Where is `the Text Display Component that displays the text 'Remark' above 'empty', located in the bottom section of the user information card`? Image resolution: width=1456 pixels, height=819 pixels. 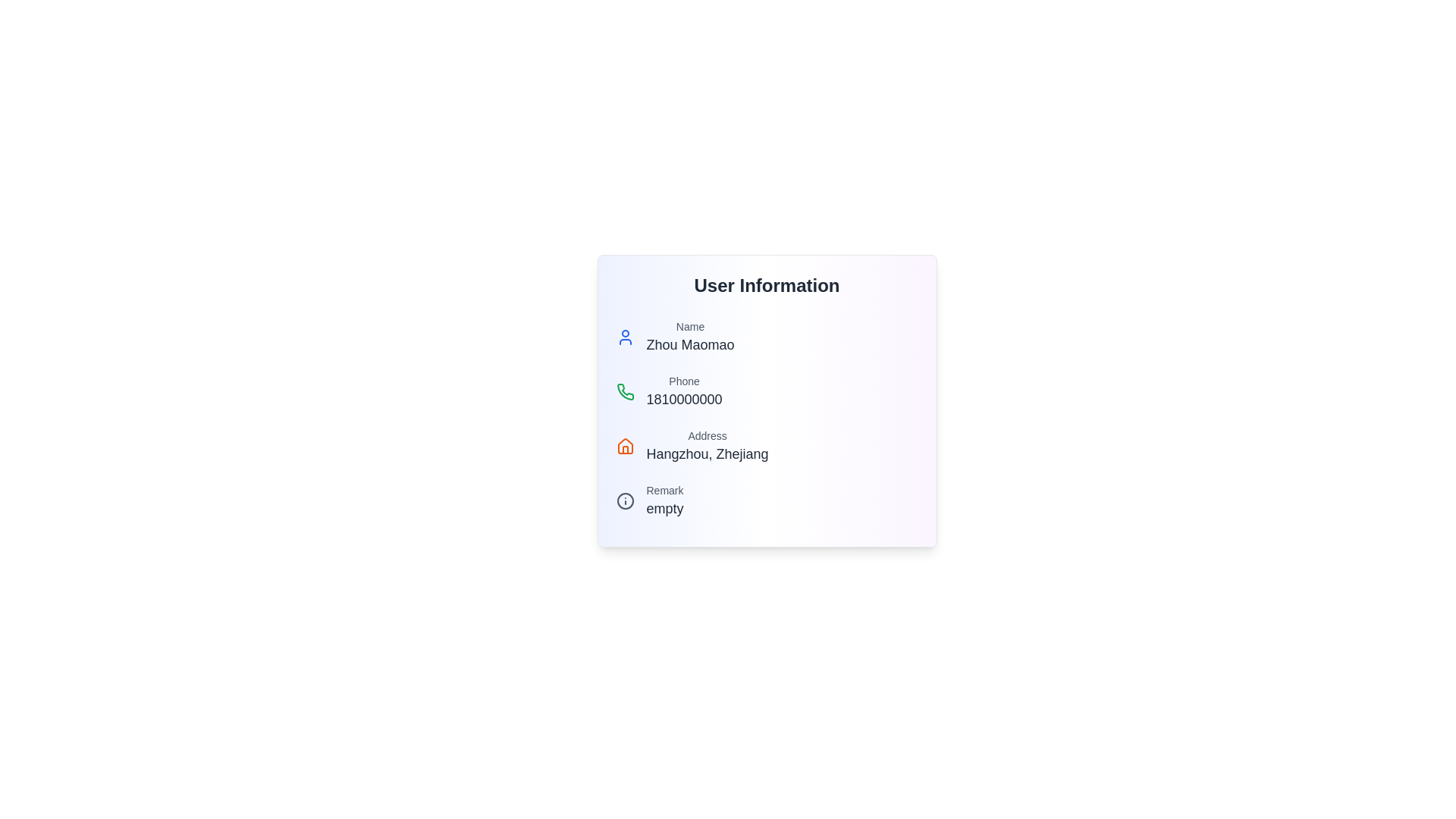 the Text Display Component that displays the text 'Remark' above 'empty', located in the bottom section of the user information card is located at coordinates (665, 500).